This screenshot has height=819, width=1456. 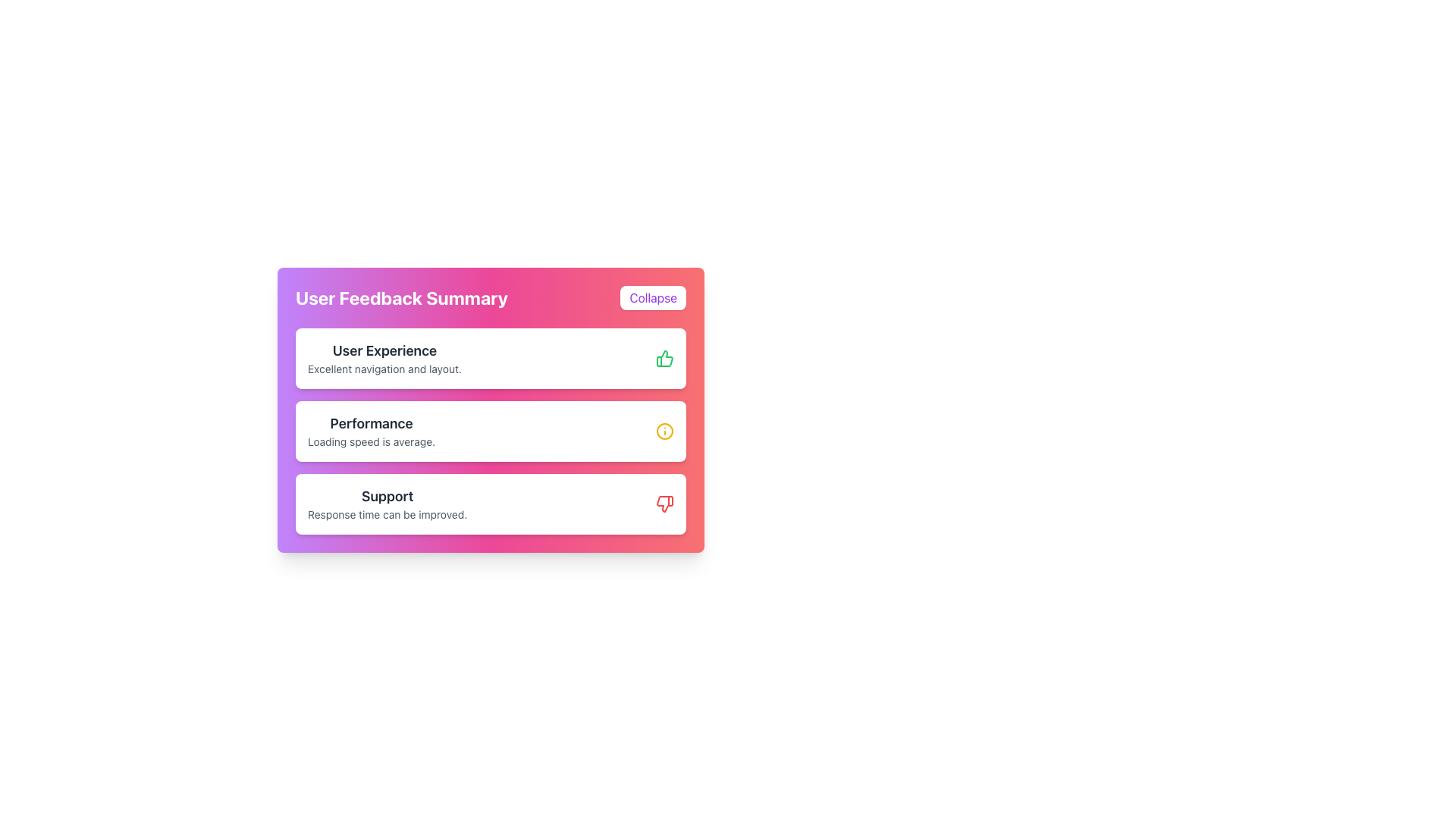 What do you see at coordinates (388, 504) in the screenshot?
I see `the textual element that displays 'Support' and the description 'Response time can be improved.' within the third card of the 'User Feedback Summary' section` at bounding box center [388, 504].